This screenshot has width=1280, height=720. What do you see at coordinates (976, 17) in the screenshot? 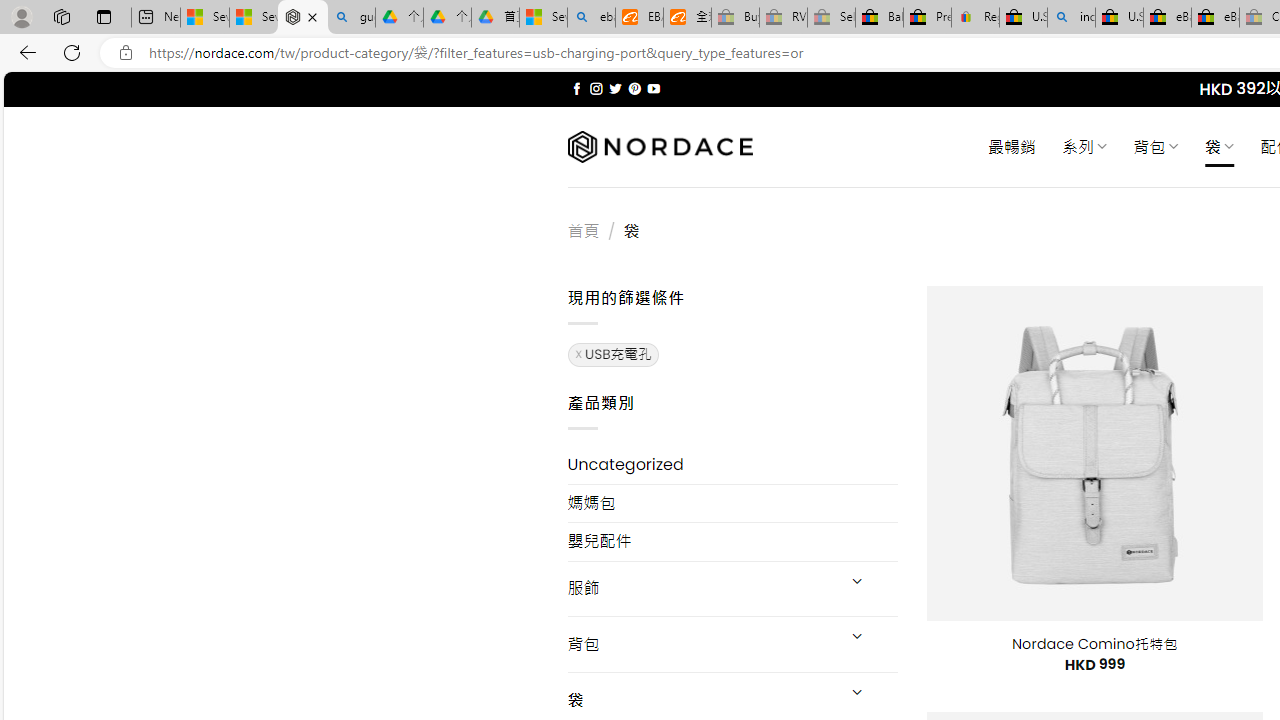
I see `'Register: Create a personal eBay account'` at bounding box center [976, 17].